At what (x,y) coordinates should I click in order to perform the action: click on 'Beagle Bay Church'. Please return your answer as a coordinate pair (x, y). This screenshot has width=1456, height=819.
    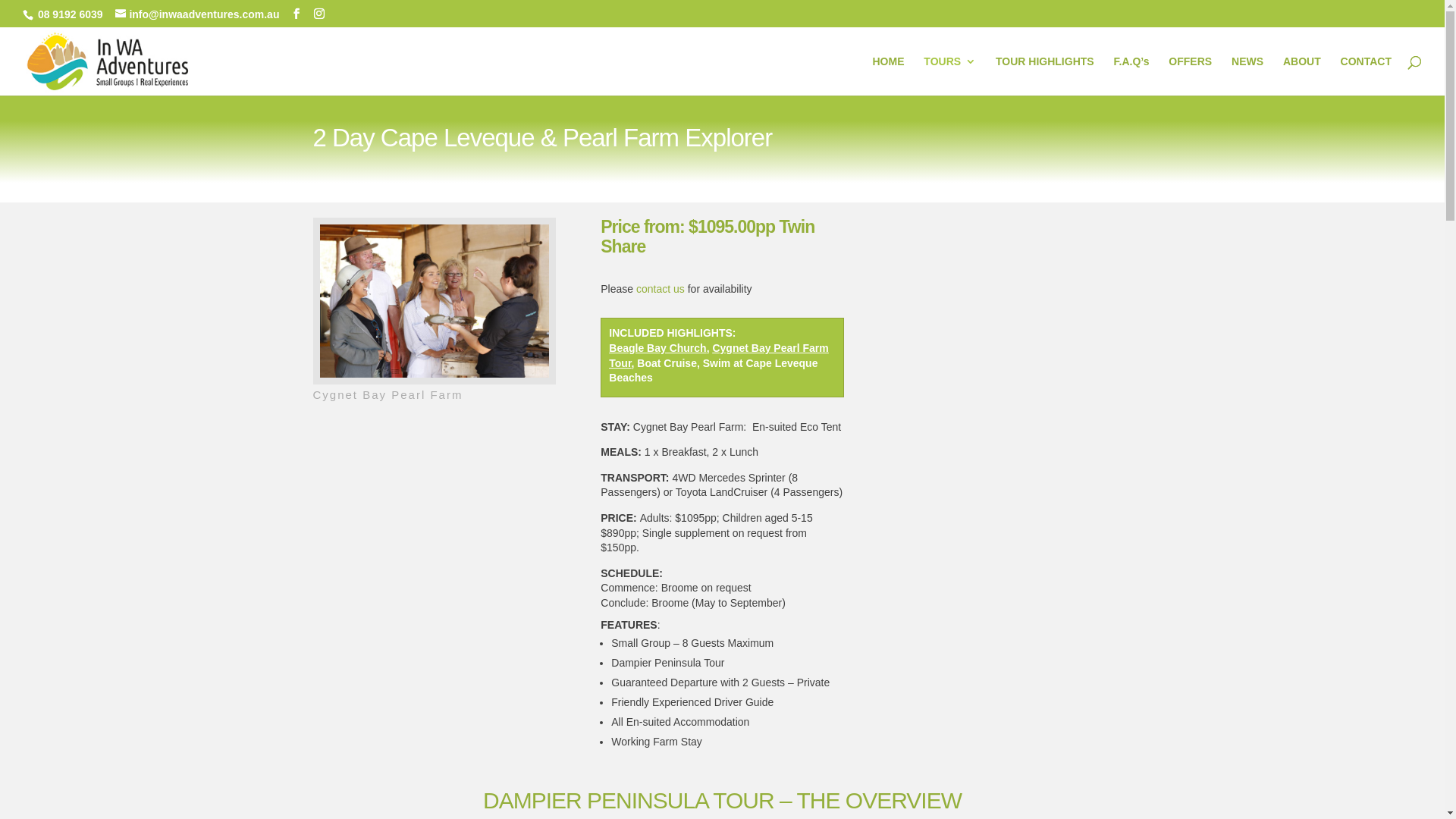
    Looking at the image, I should click on (657, 348).